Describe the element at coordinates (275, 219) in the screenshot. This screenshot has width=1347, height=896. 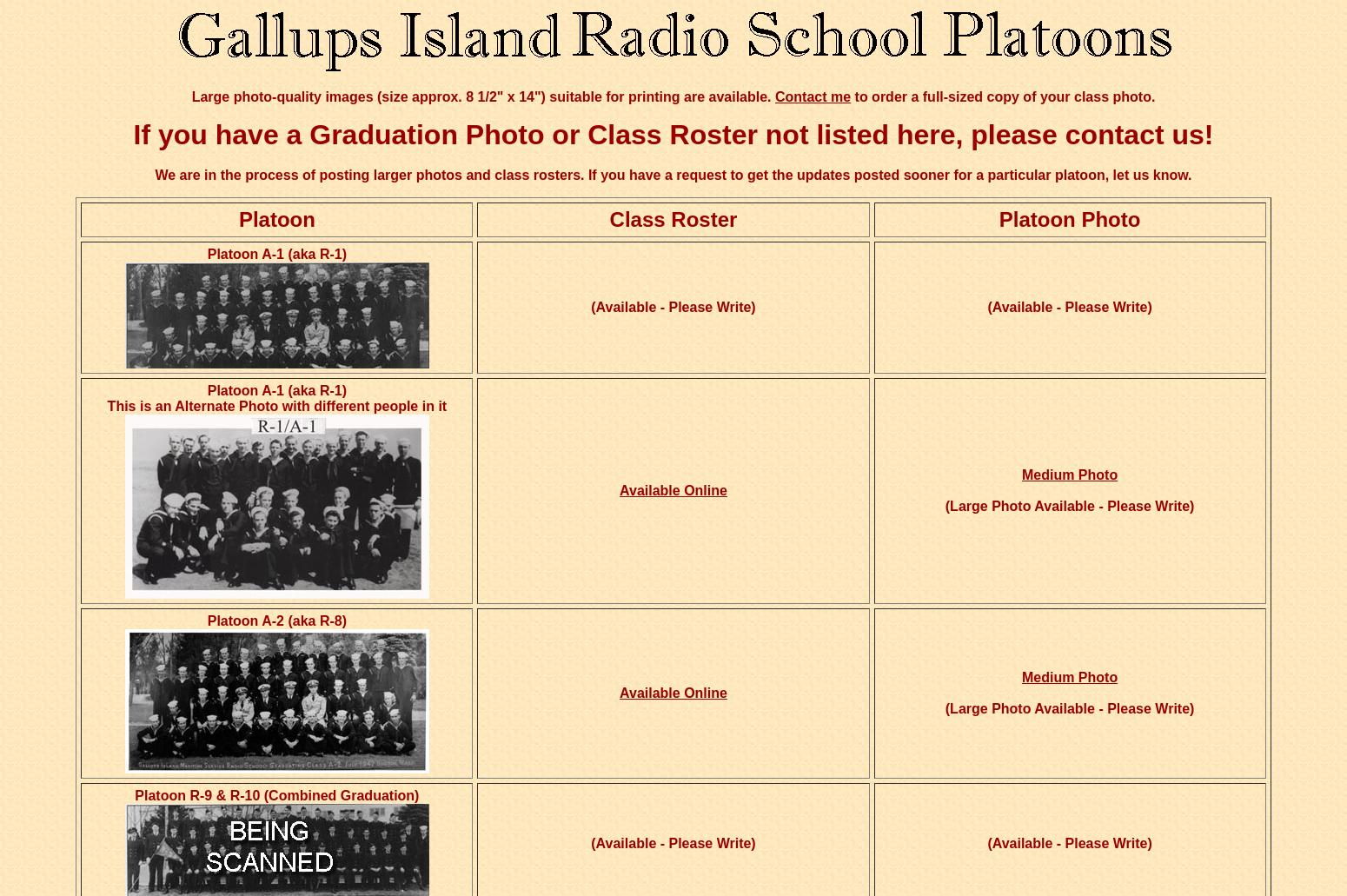
I see `'Platoon'` at that location.